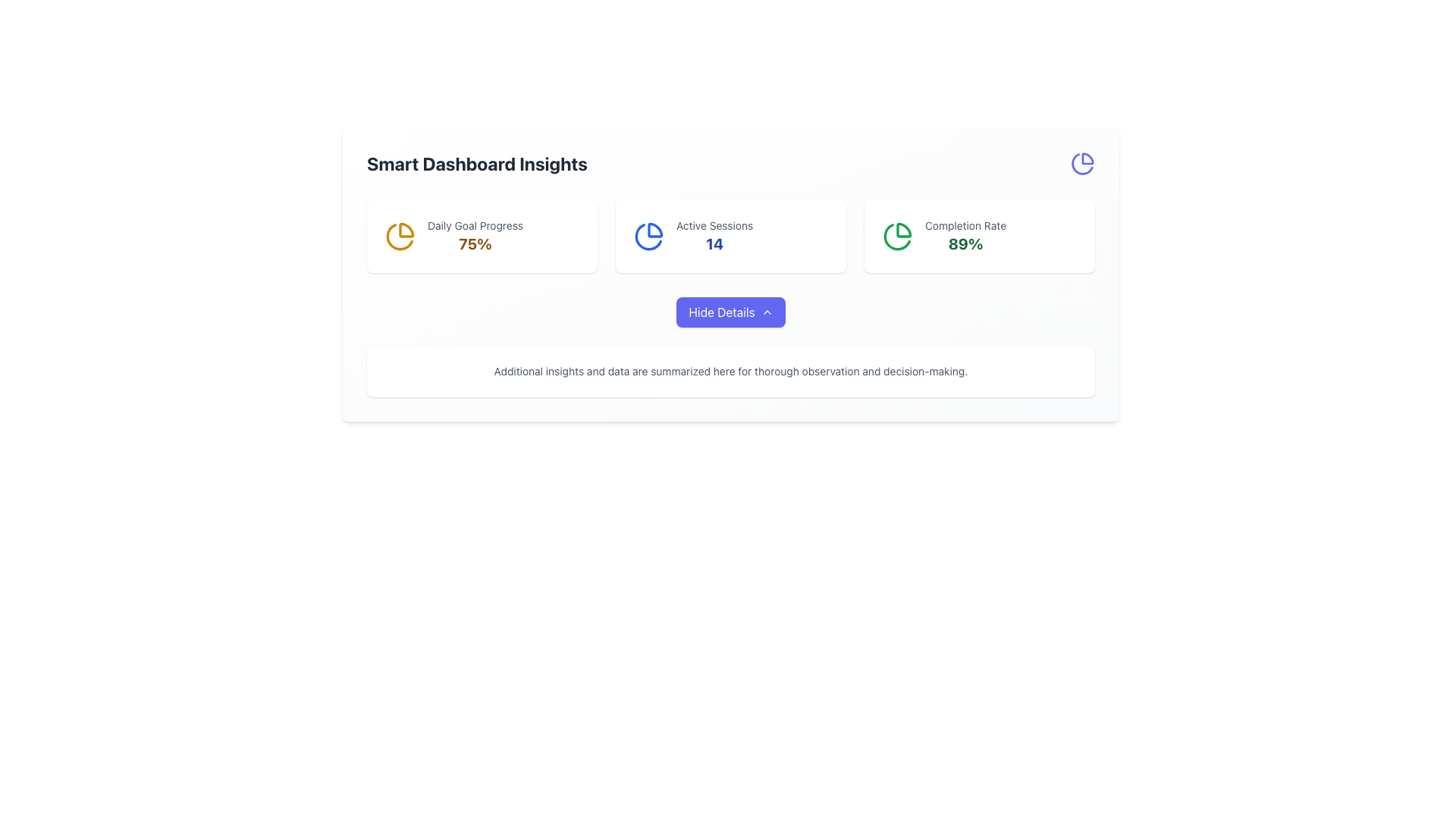 The width and height of the screenshot is (1456, 819). Describe the element at coordinates (714, 243) in the screenshot. I see `the text displaying the count of active sessions located in the center of the 'Active Sessions' card, positioned directly below the 'Active Sessions' label` at that location.